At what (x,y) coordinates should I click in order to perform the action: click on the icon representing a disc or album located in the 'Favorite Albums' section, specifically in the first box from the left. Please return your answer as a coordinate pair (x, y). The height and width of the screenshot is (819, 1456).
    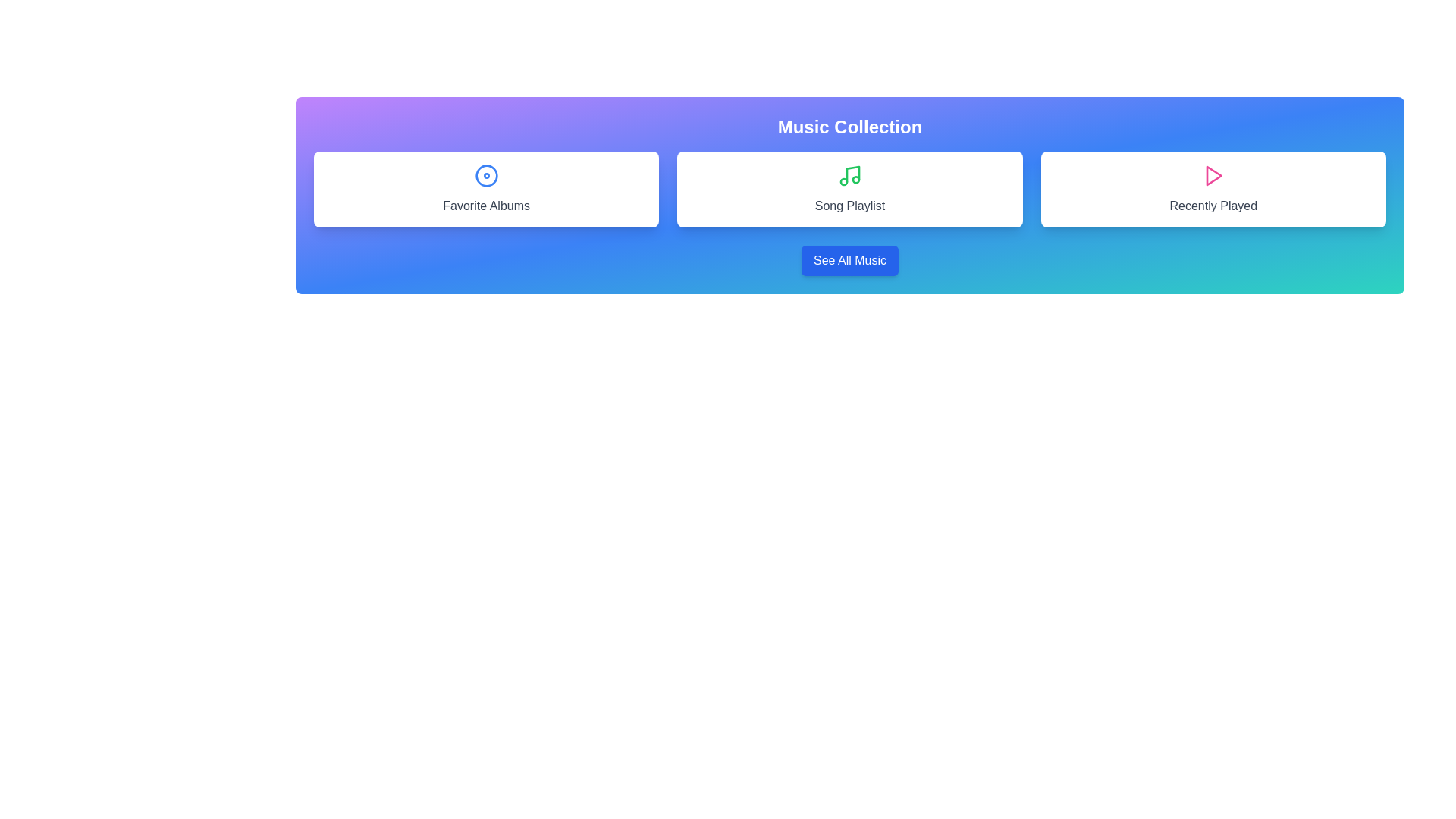
    Looking at the image, I should click on (486, 174).